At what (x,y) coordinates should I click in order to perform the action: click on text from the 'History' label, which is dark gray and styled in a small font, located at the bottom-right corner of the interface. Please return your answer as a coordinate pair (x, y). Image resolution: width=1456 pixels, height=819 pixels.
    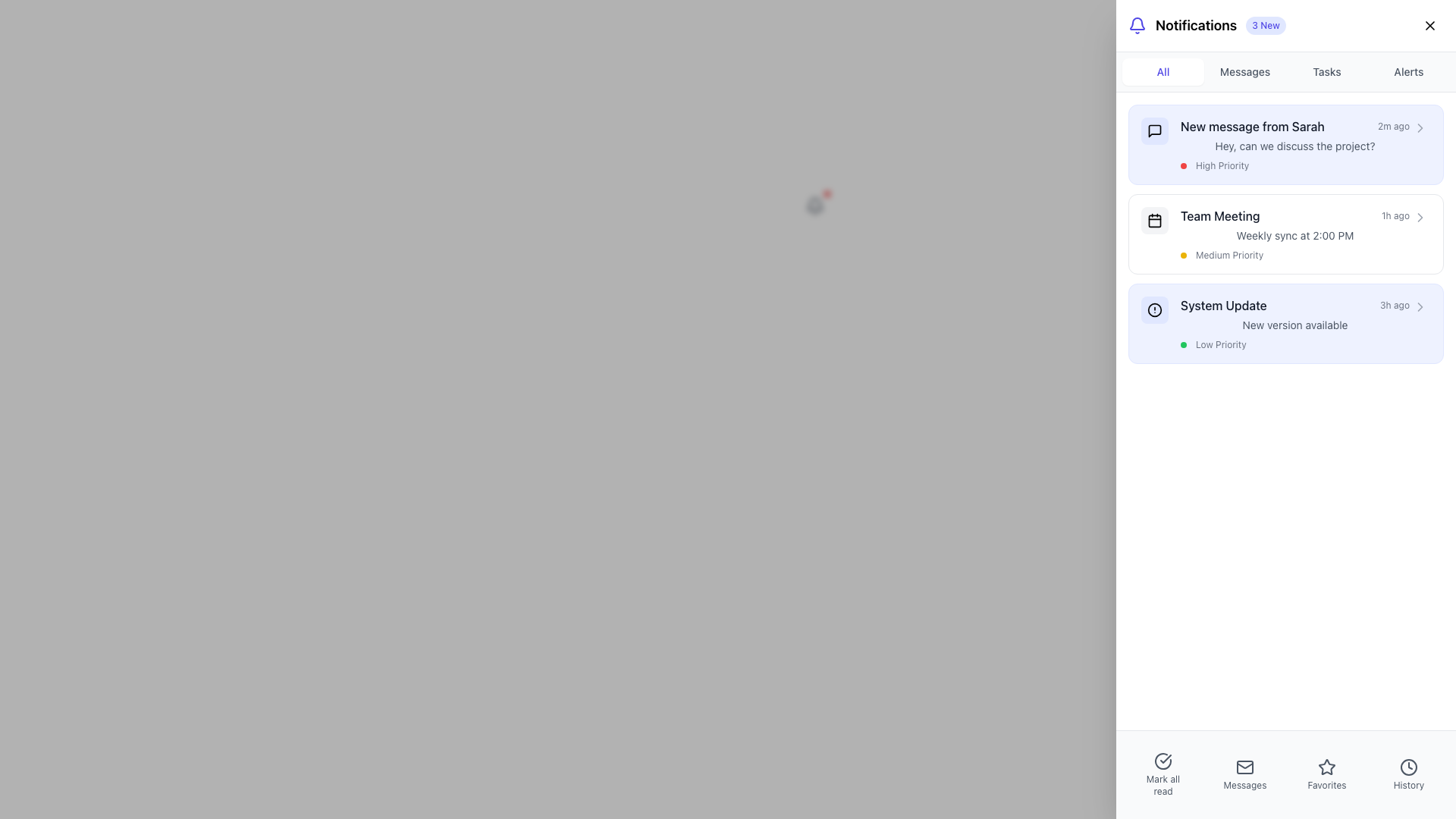
    Looking at the image, I should click on (1407, 785).